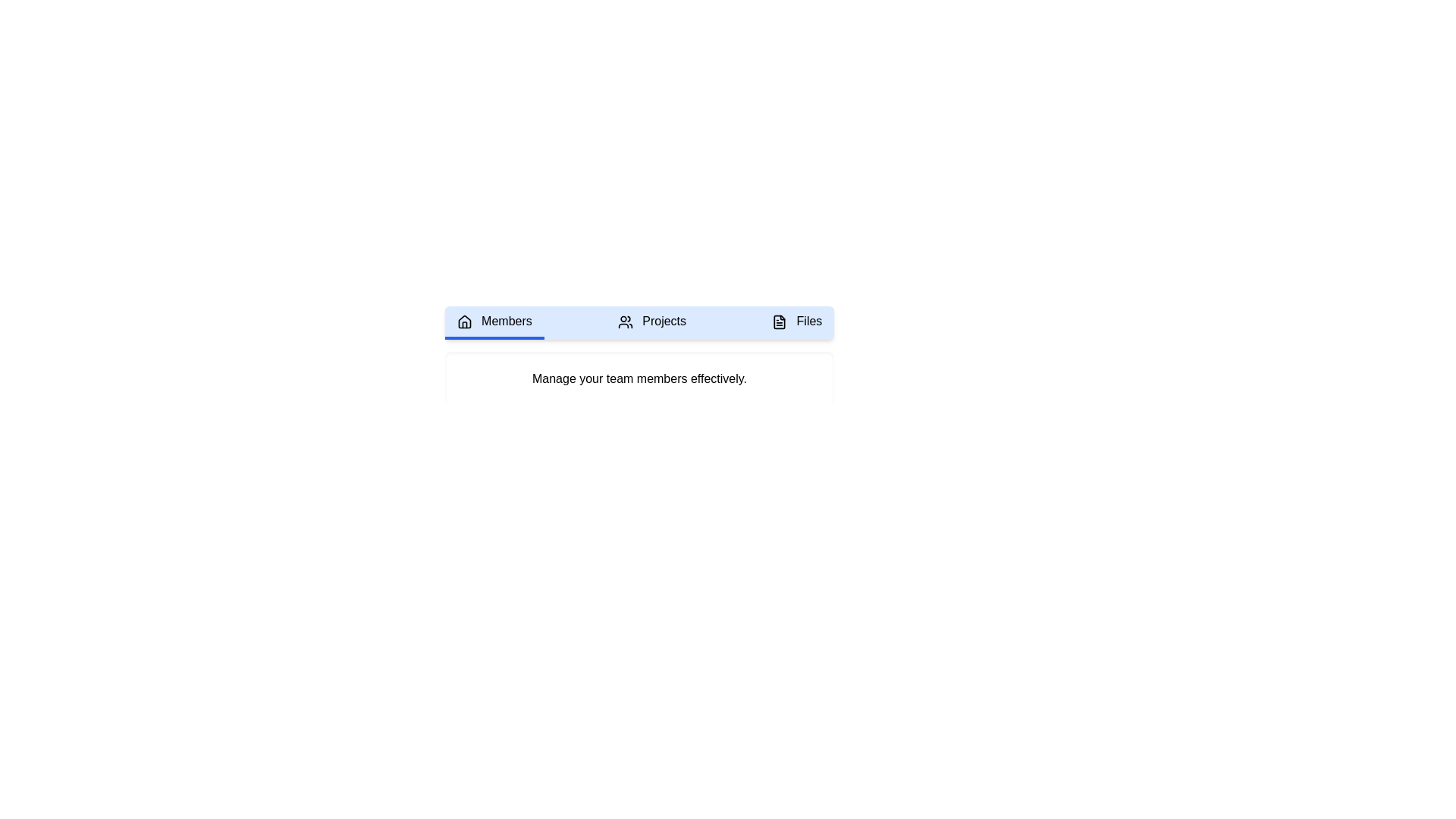  Describe the element at coordinates (780, 321) in the screenshot. I see `the small file document icon with a black outline located to the left of the 'Files' text label in the 'Files' tab section` at that location.